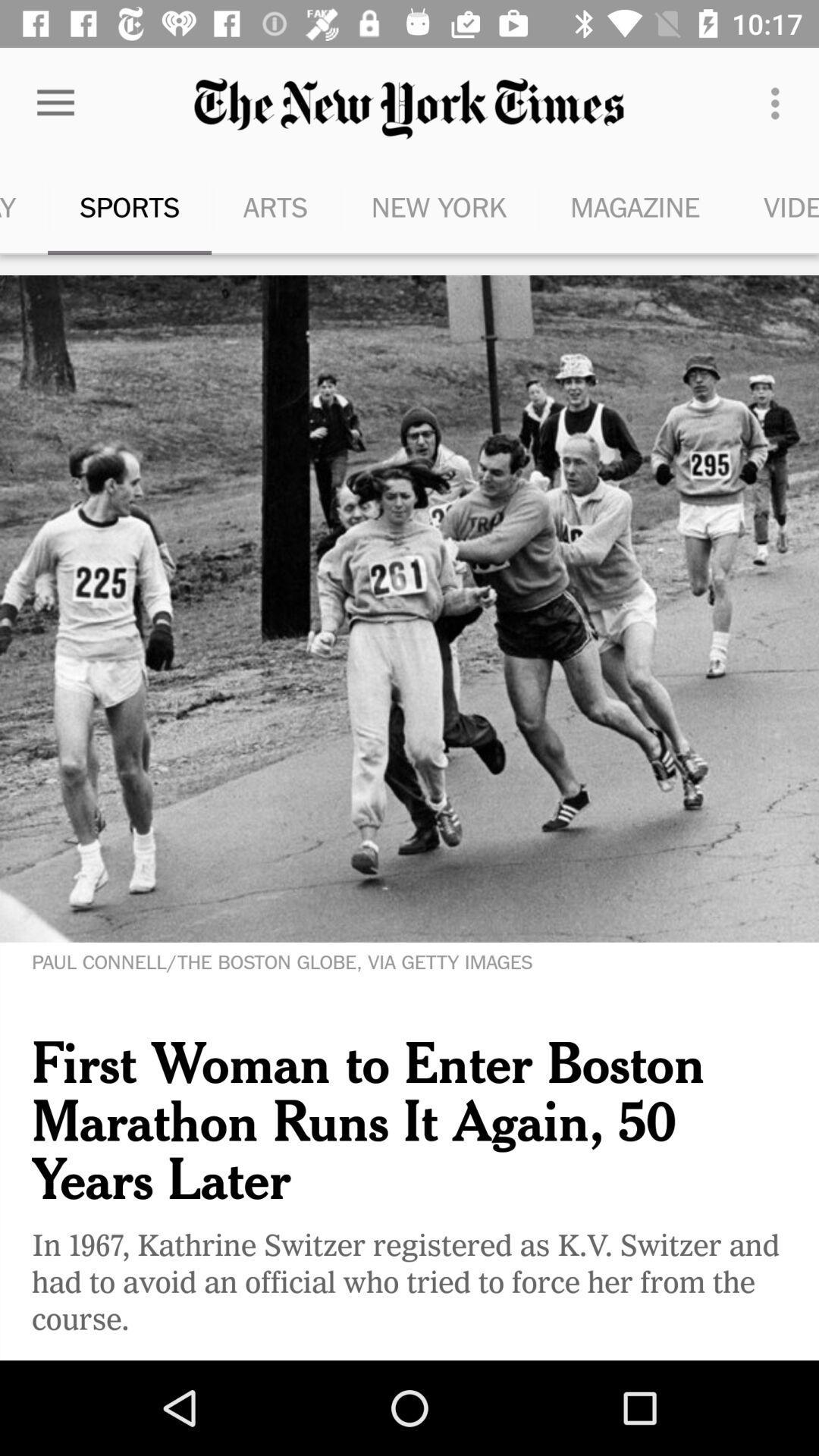 The image size is (819, 1456). I want to click on item next to business day icon, so click(128, 206).